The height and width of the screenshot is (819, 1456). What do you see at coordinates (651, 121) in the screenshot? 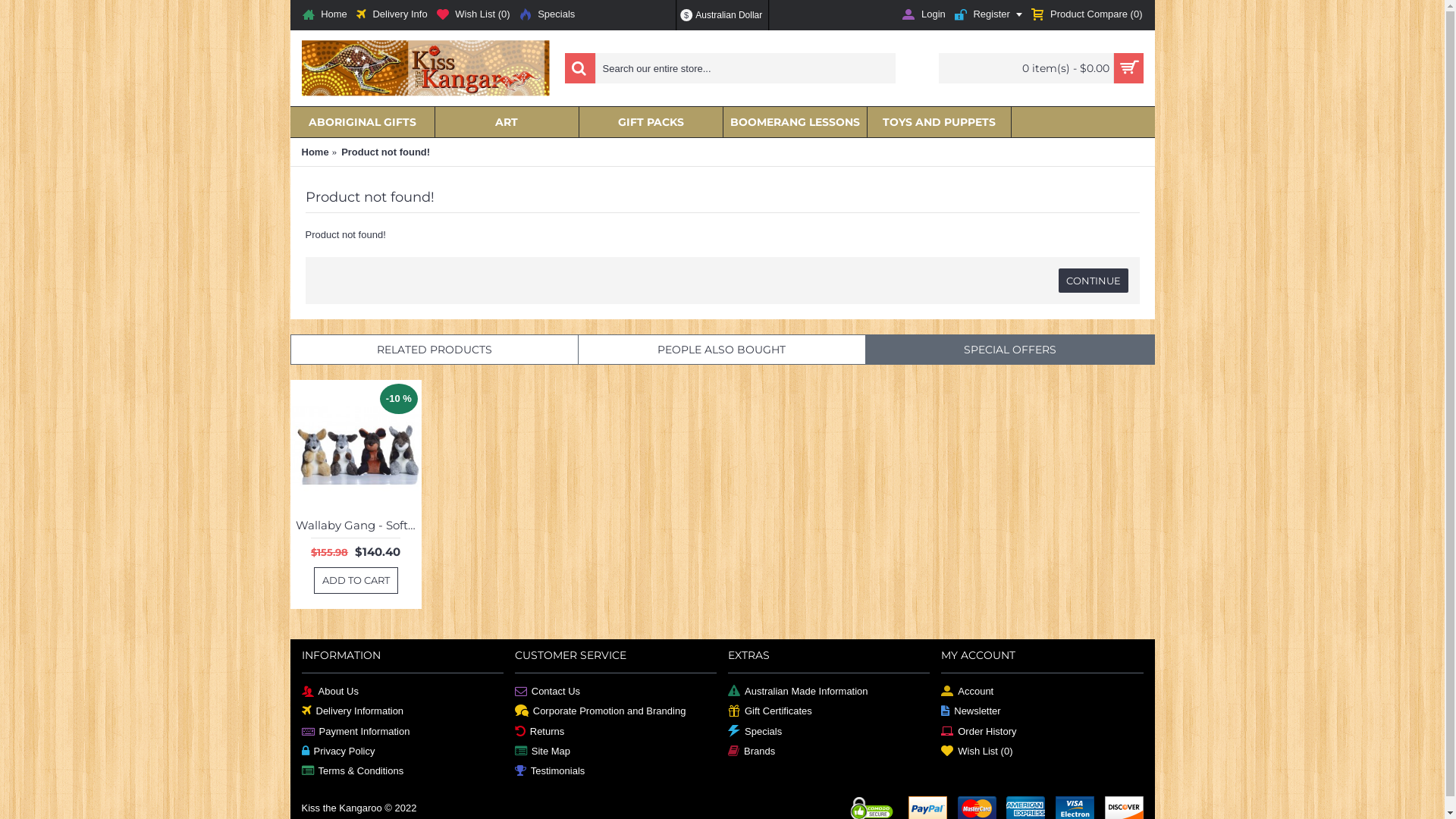
I see `'GIFT PACKS'` at bounding box center [651, 121].